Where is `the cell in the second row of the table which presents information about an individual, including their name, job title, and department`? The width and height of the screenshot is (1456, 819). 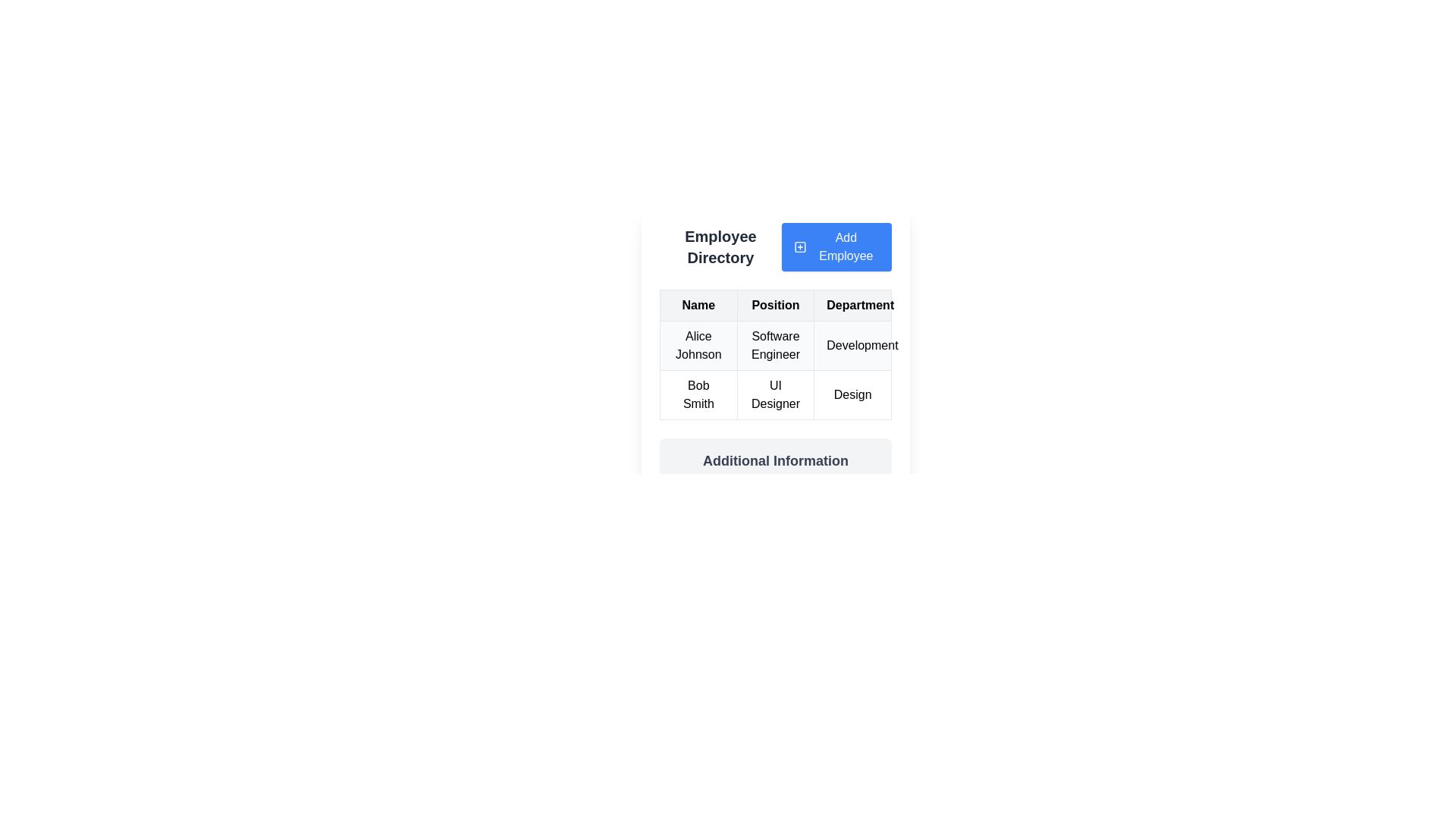
the cell in the second row of the table which presents information about an individual, including their name, job title, and department is located at coordinates (775, 370).